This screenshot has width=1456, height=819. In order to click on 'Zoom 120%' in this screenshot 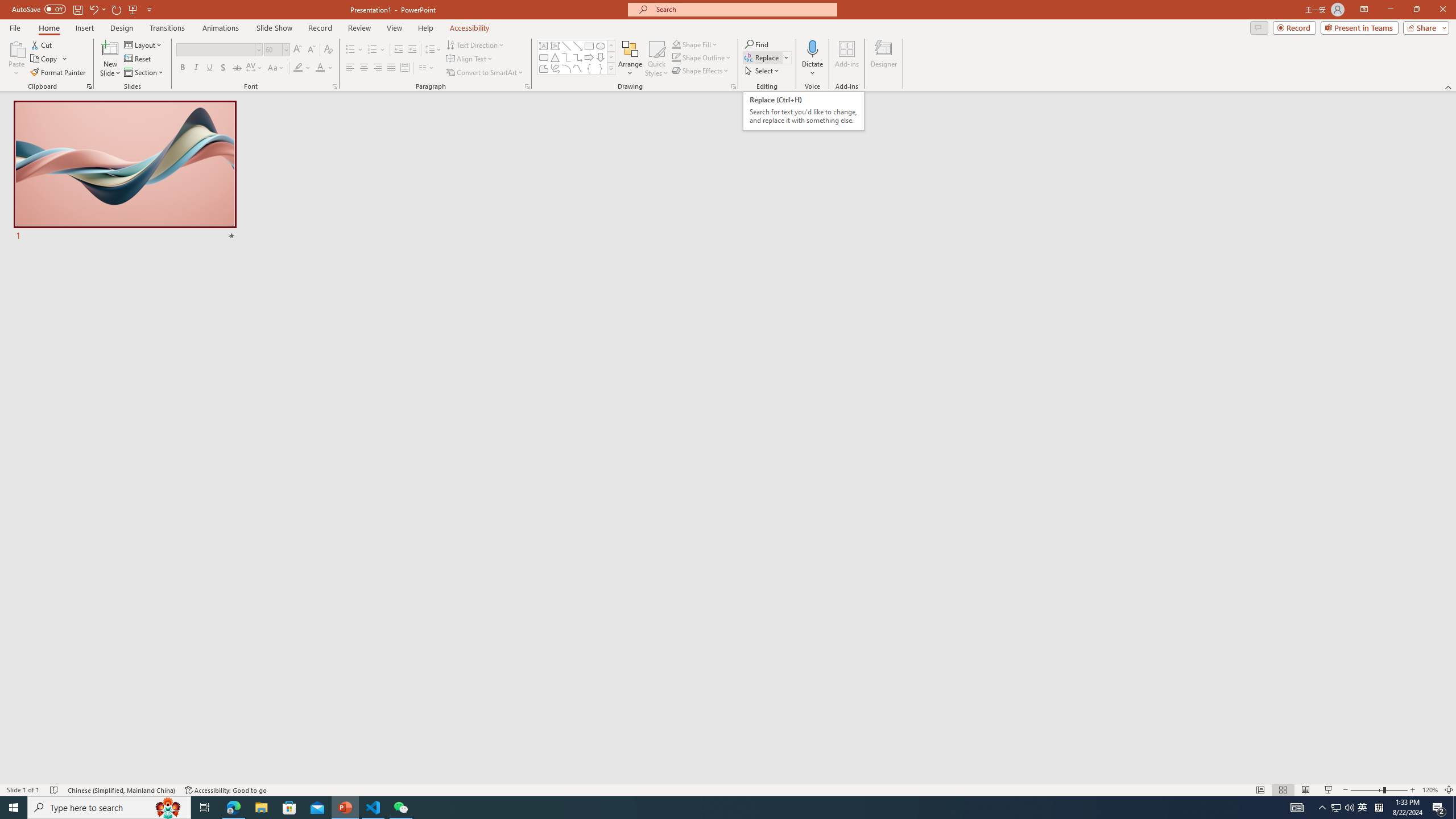, I will do `click(1430, 790)`.